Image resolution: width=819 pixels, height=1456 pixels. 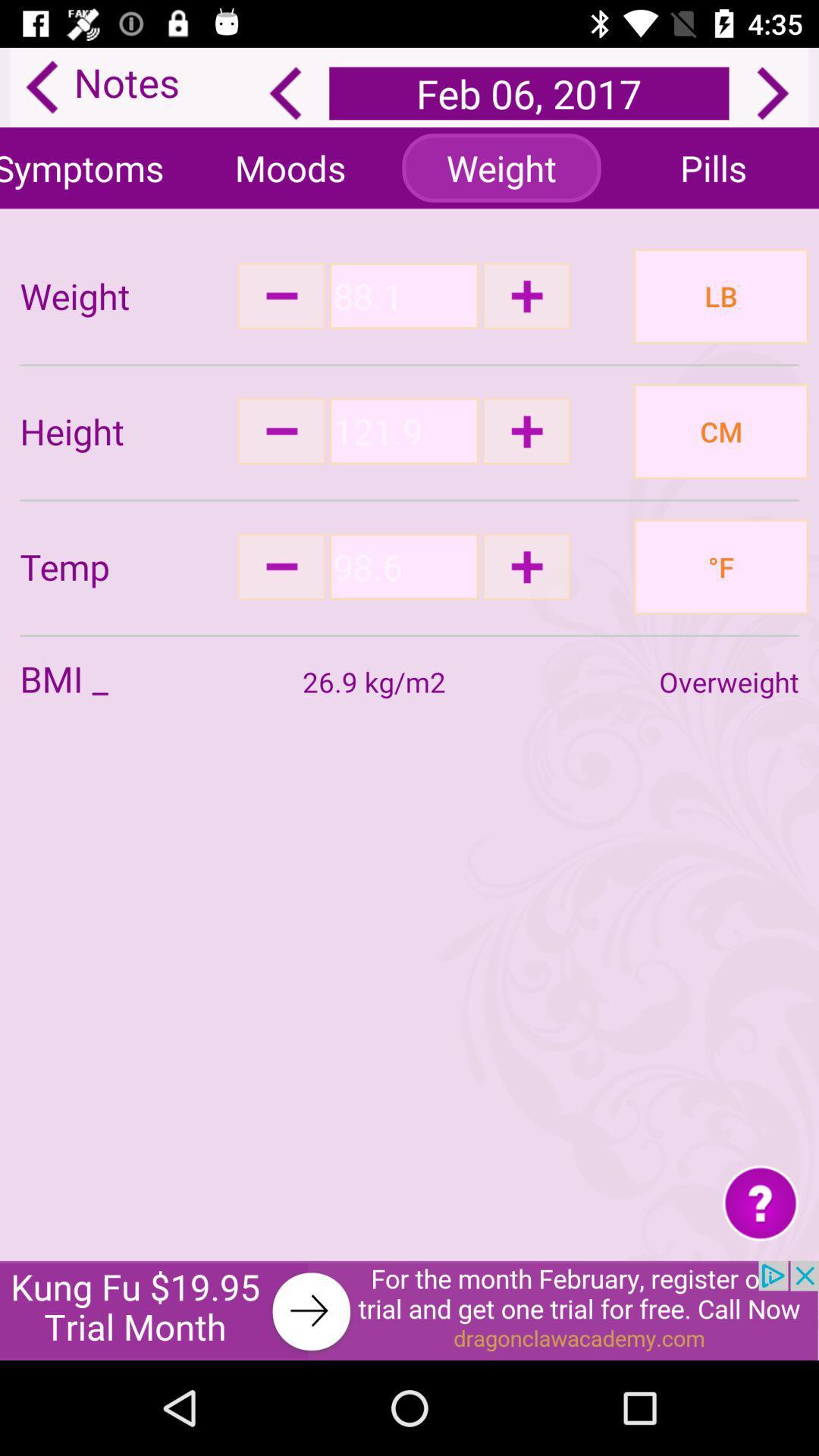 What do you see at coordinates (773, 93) in the screenshot?
I see `next` at bounding box center [773, 93].